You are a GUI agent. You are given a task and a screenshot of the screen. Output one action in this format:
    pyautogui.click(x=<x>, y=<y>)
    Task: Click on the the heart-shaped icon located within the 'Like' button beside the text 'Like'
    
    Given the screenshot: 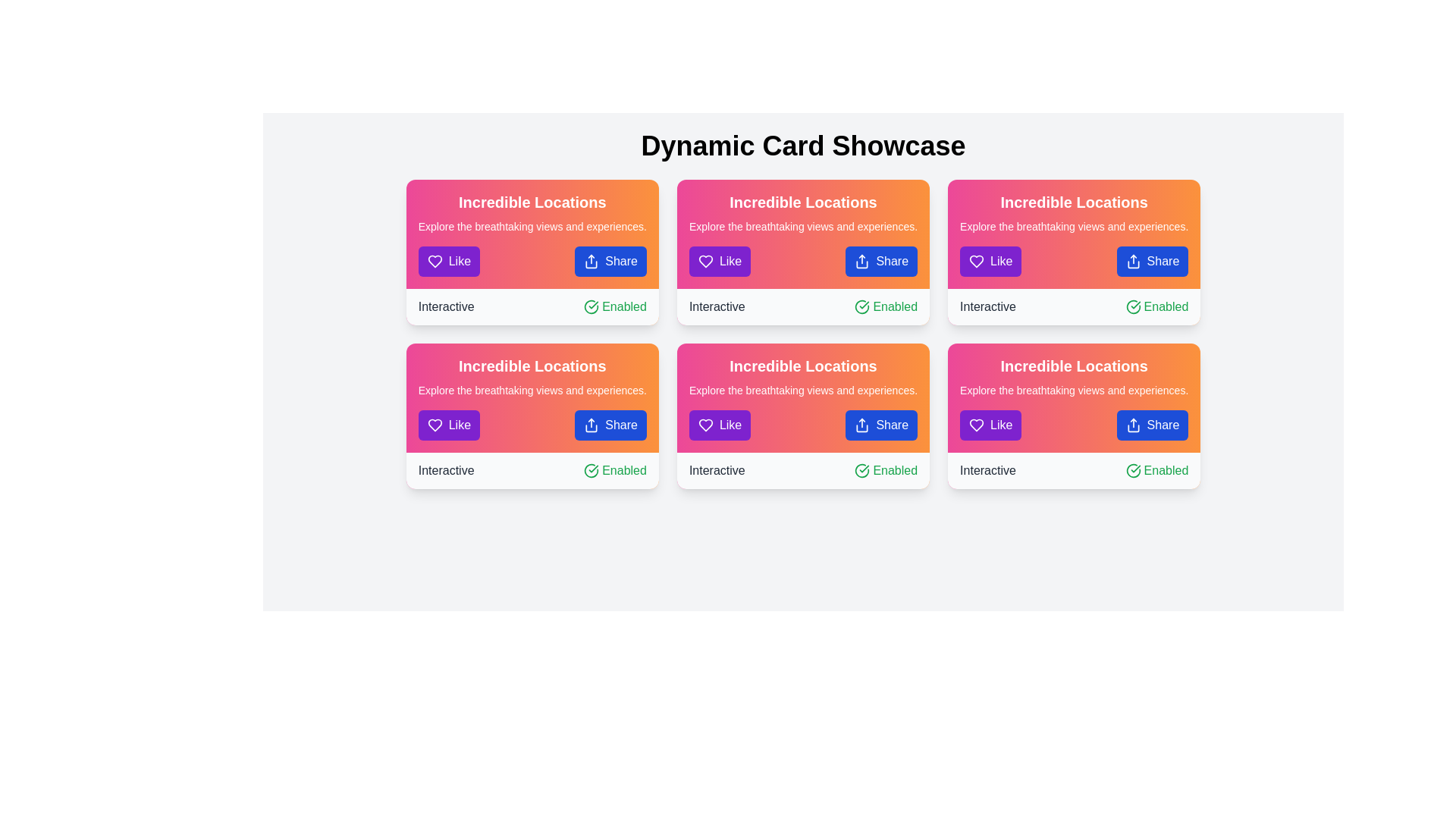 What is the action you would take?
    pyautogui.click(x=977, y=260)
    